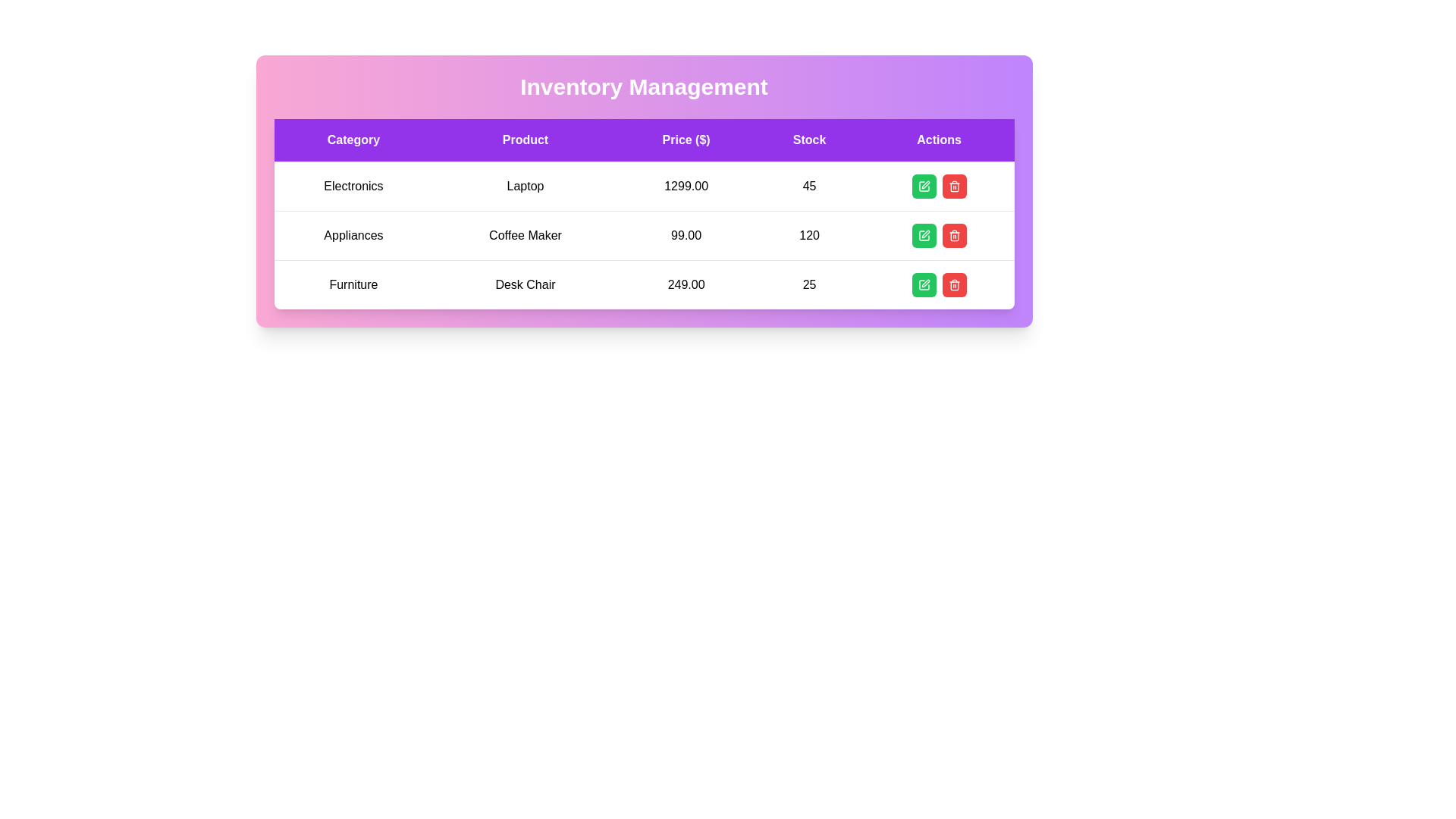  What do you see at coordinates (923, 284) in the screenshot?
I see `the pen icon in the last row of the Actions column to initiate editing` at bounding box center [923, 284].